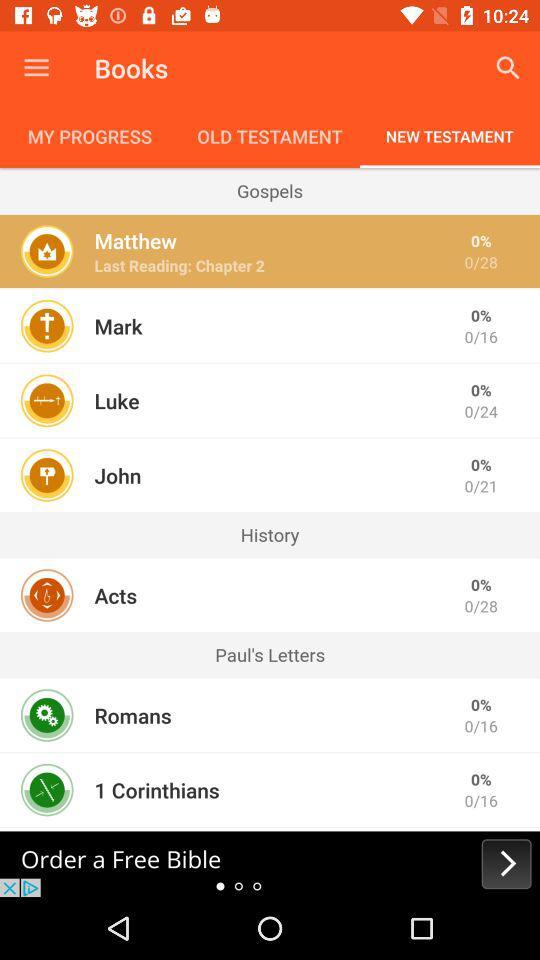 The image size is (540, 960). What do you see at coordinates (270, 190) in the screenshot?
I see `the icon below the my progress icon` at bounding box center [270, 190].